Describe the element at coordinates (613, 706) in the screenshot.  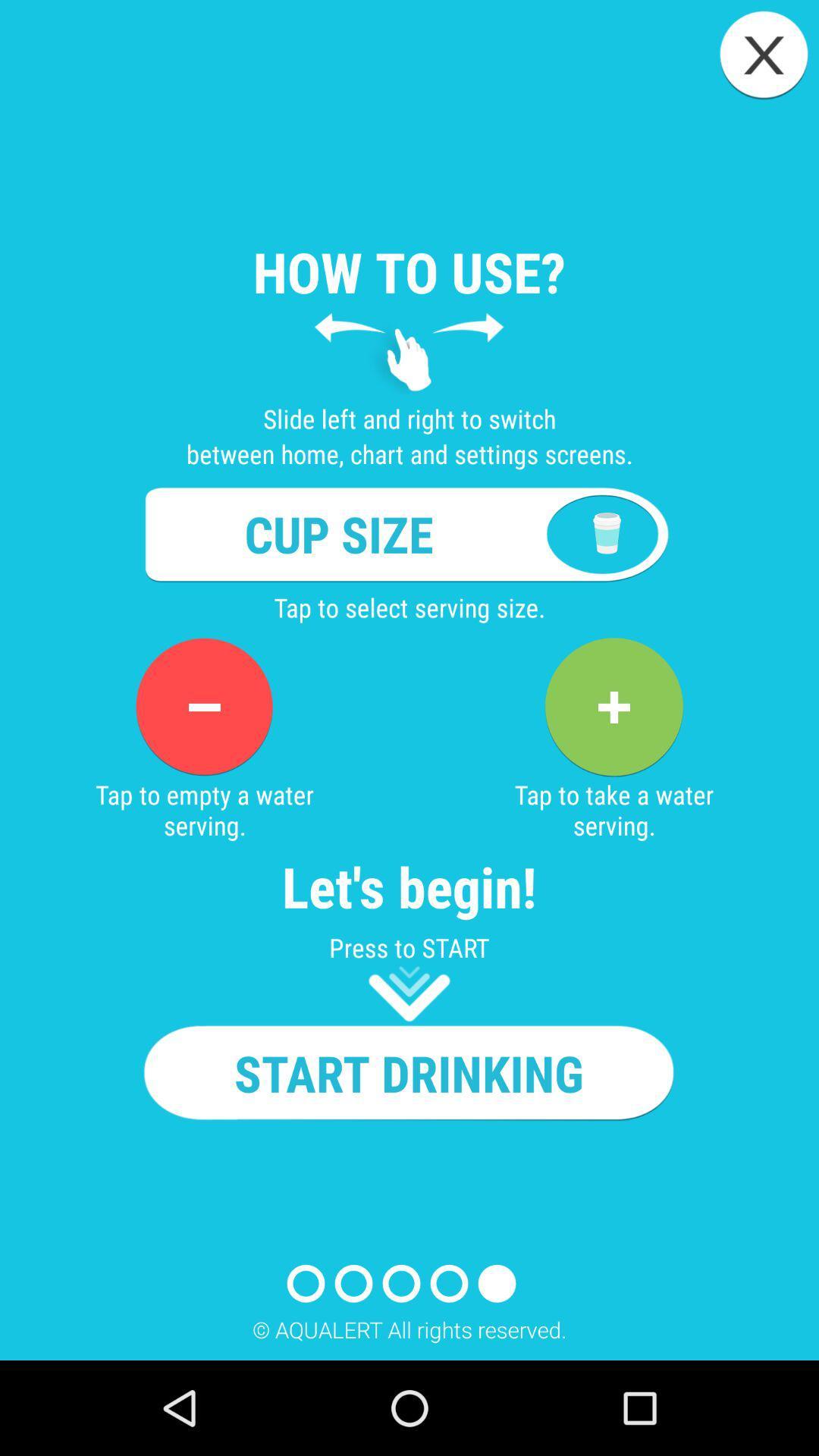
I see `tap to take a water` at that location.